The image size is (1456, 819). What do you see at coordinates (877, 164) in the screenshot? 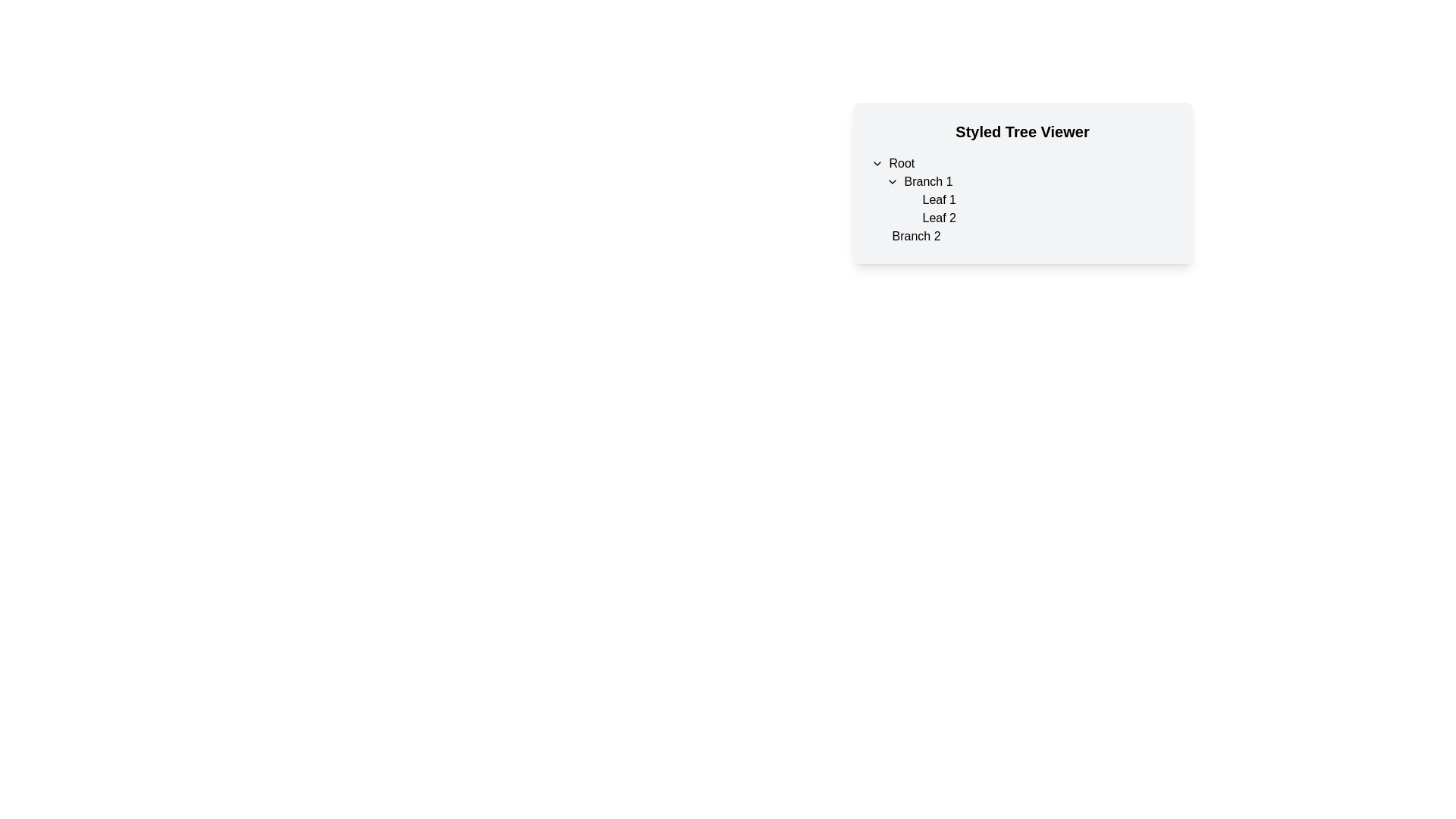
I see `the small black downward-pointing chevron icon located beside the 'Root' label in the tree viewer interface` at bounding box center [877, 164].